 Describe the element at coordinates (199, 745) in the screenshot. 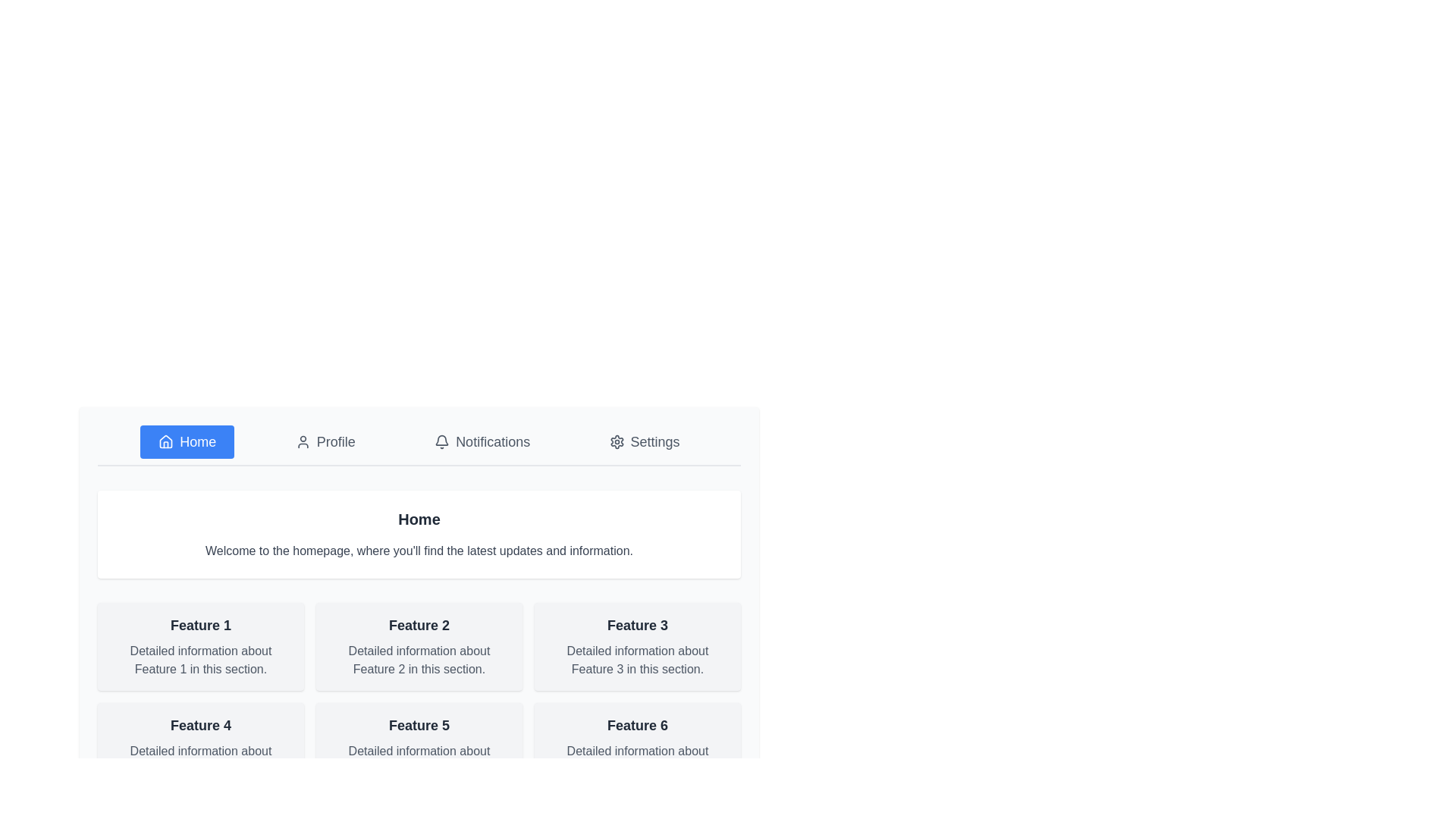

I see `information displayed on the Informational card titled 'Feature 4', which is a rectangular card with a light gray background located in the second row and first column of the grid layout` at that location.